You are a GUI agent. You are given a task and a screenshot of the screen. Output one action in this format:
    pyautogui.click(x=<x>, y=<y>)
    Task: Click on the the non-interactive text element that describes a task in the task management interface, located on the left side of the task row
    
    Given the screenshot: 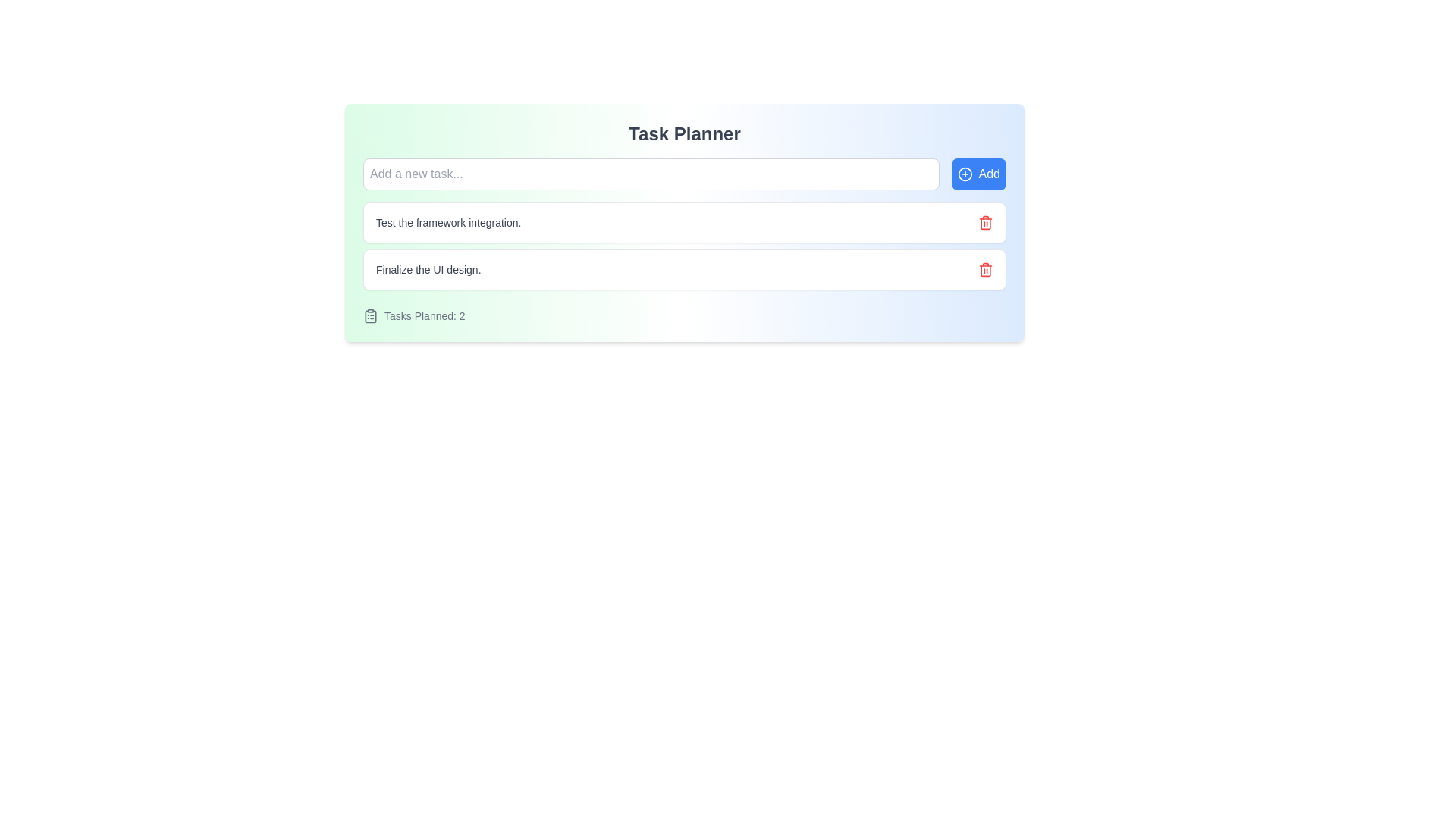 What is the action you would take?
    pyautogui.click(x=428, y=268)
    